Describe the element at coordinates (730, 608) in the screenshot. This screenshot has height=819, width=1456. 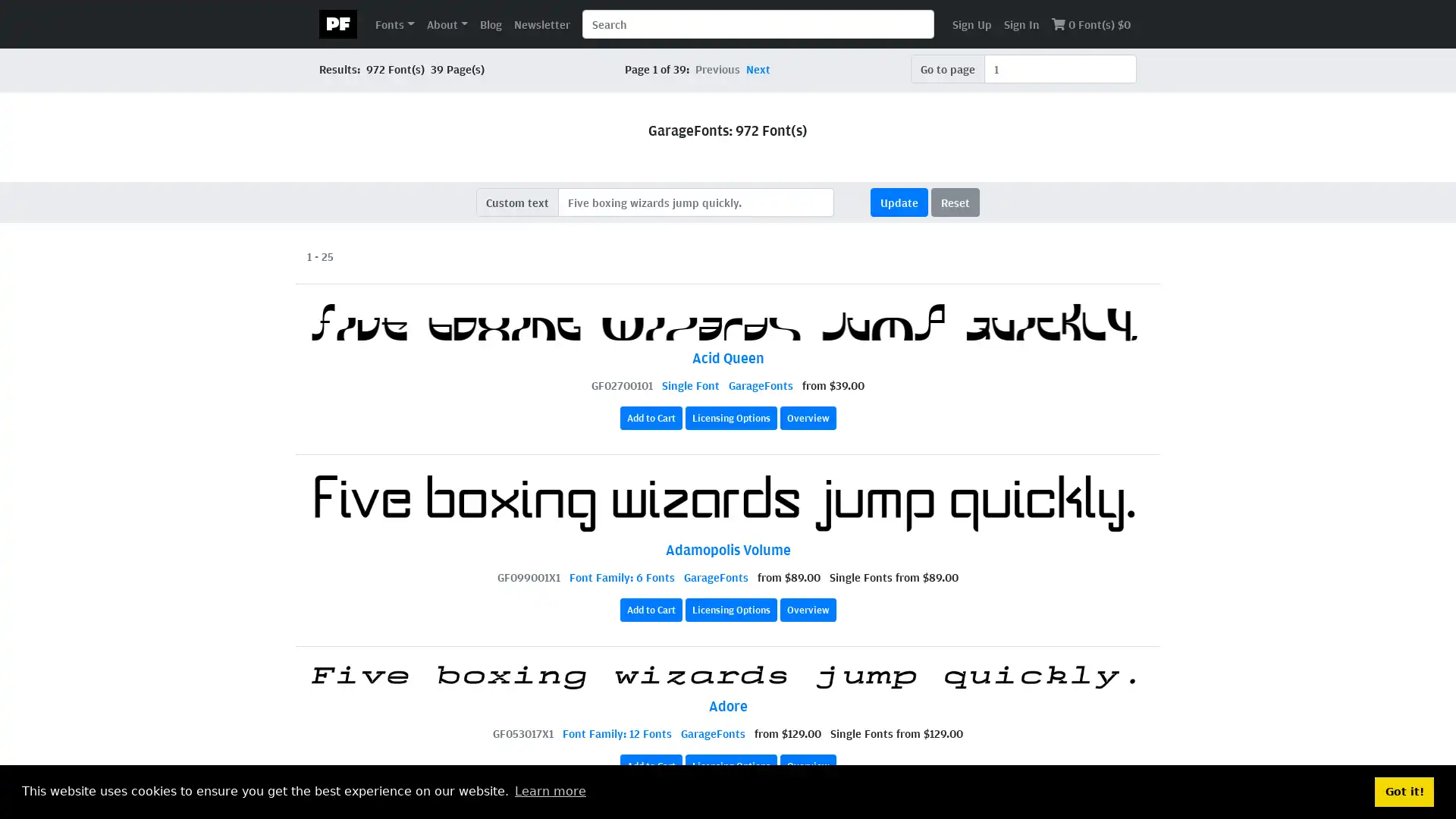
I see `Licensing Options` at that location.